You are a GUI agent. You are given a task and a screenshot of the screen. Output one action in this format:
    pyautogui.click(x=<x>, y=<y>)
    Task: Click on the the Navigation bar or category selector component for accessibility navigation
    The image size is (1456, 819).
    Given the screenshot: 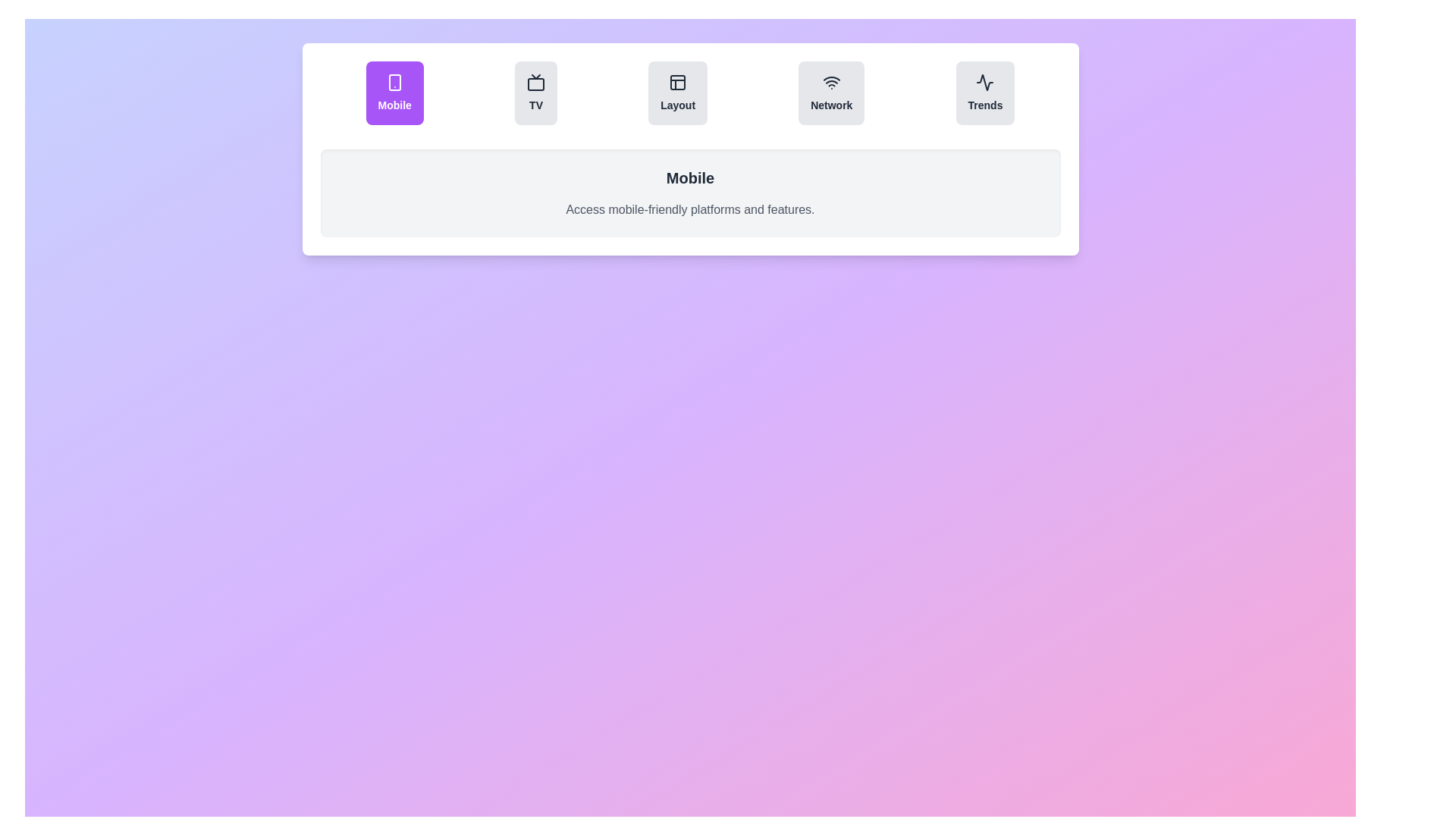 What is the action you would take?
    pyautogui.click(x=689, y=93)
    